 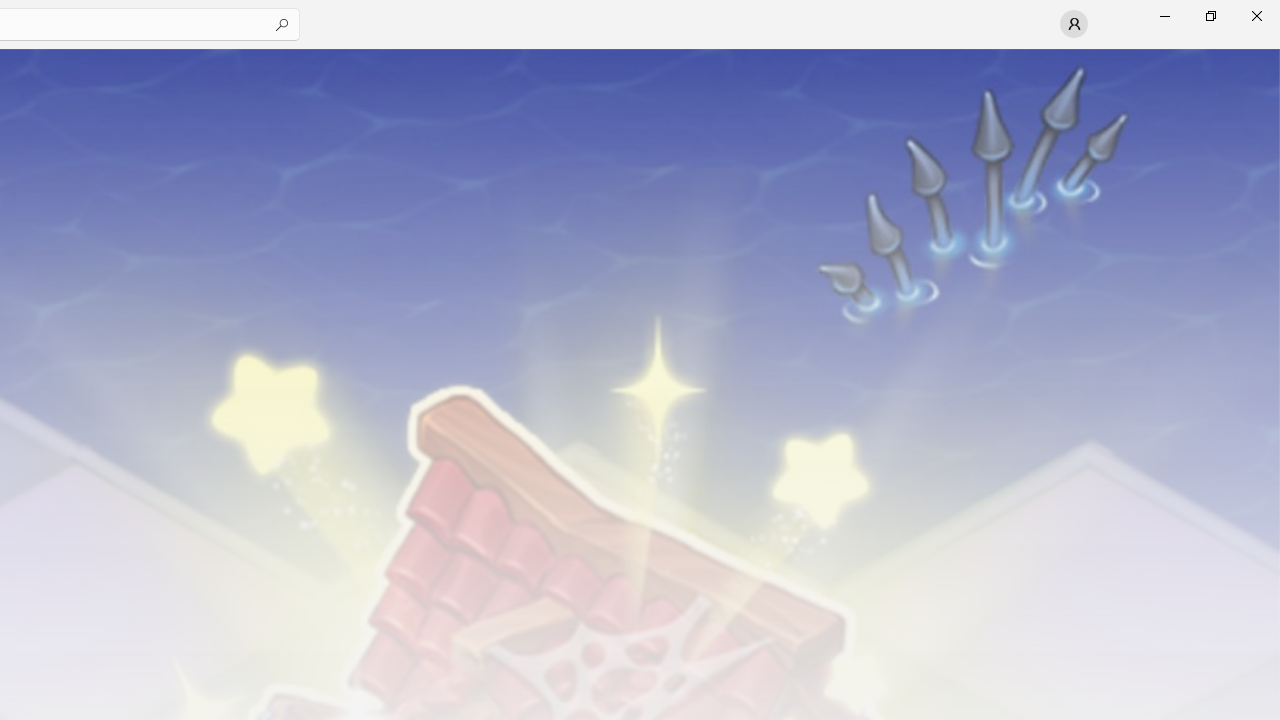 What do you see at coordinates (1164, 15) in the screenshot?
I see `'Minimize Microsoft Store'` at bounding box center [1164, 15].